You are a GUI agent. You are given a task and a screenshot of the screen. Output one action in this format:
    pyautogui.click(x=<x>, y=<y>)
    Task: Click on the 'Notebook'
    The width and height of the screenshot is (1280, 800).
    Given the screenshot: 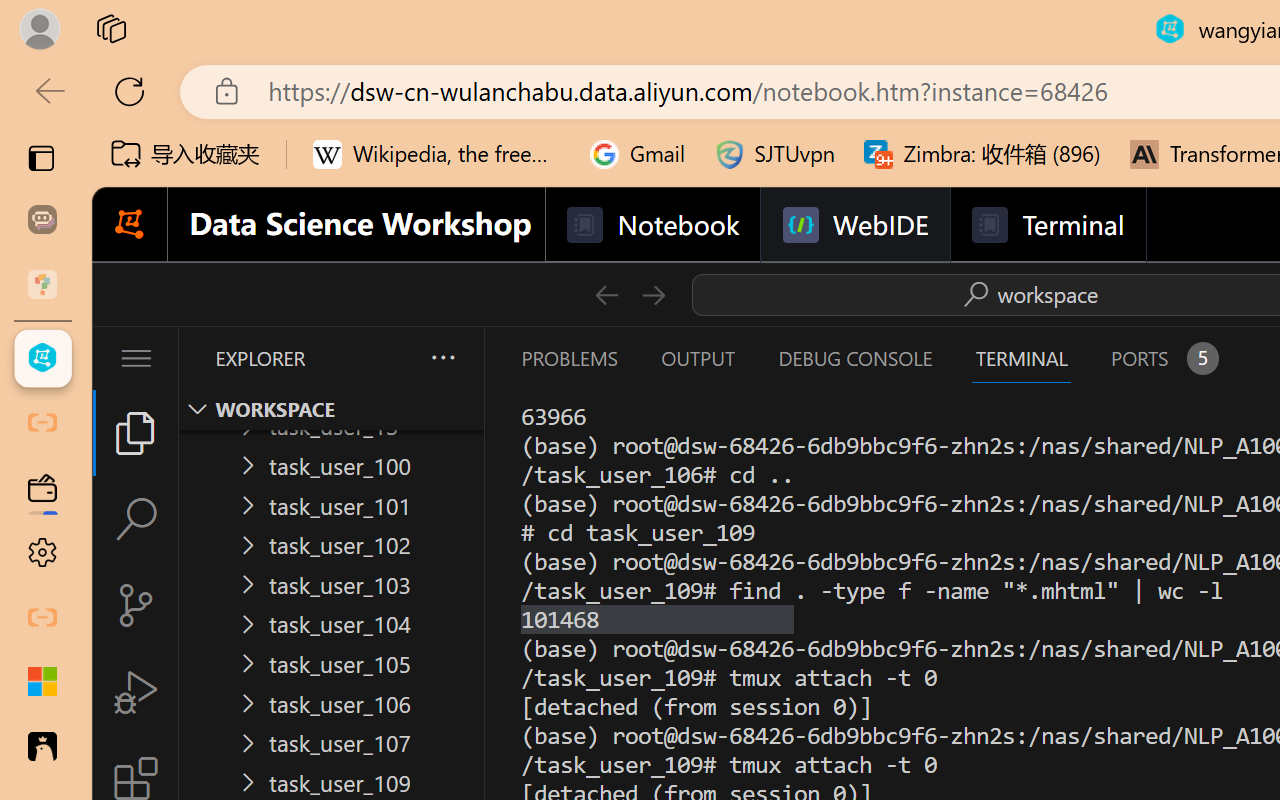 What is the action you would take?
    pyautogui.click(x=652, y=225)
    